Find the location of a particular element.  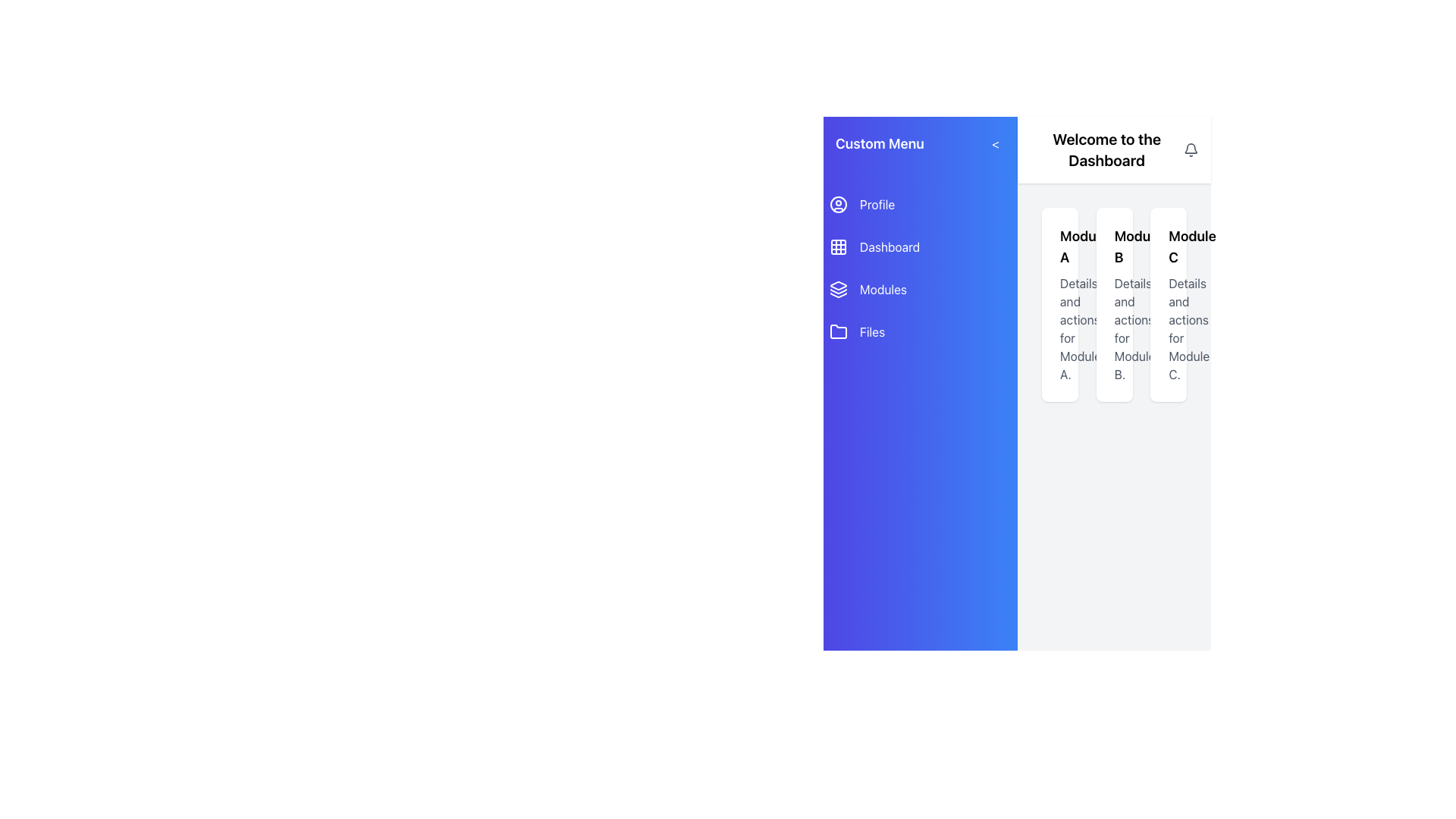

the 'Modules' text label in the left-side navigation menu is located at coordinates (883, 289).